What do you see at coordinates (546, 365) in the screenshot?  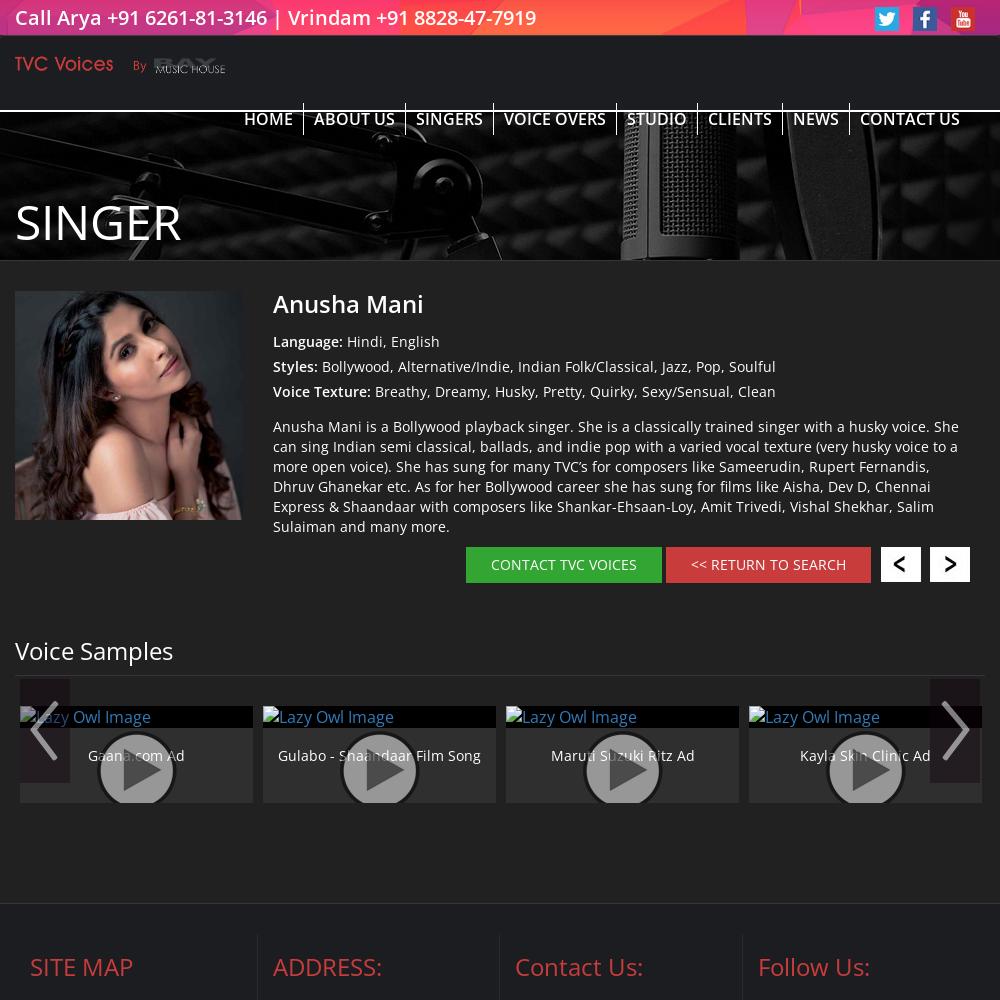 I see `'Bollywood, Alternative/Indie, Indian Folk/Classical, Jazz, Pop, Soulful'` at bounding box center [546, 365].